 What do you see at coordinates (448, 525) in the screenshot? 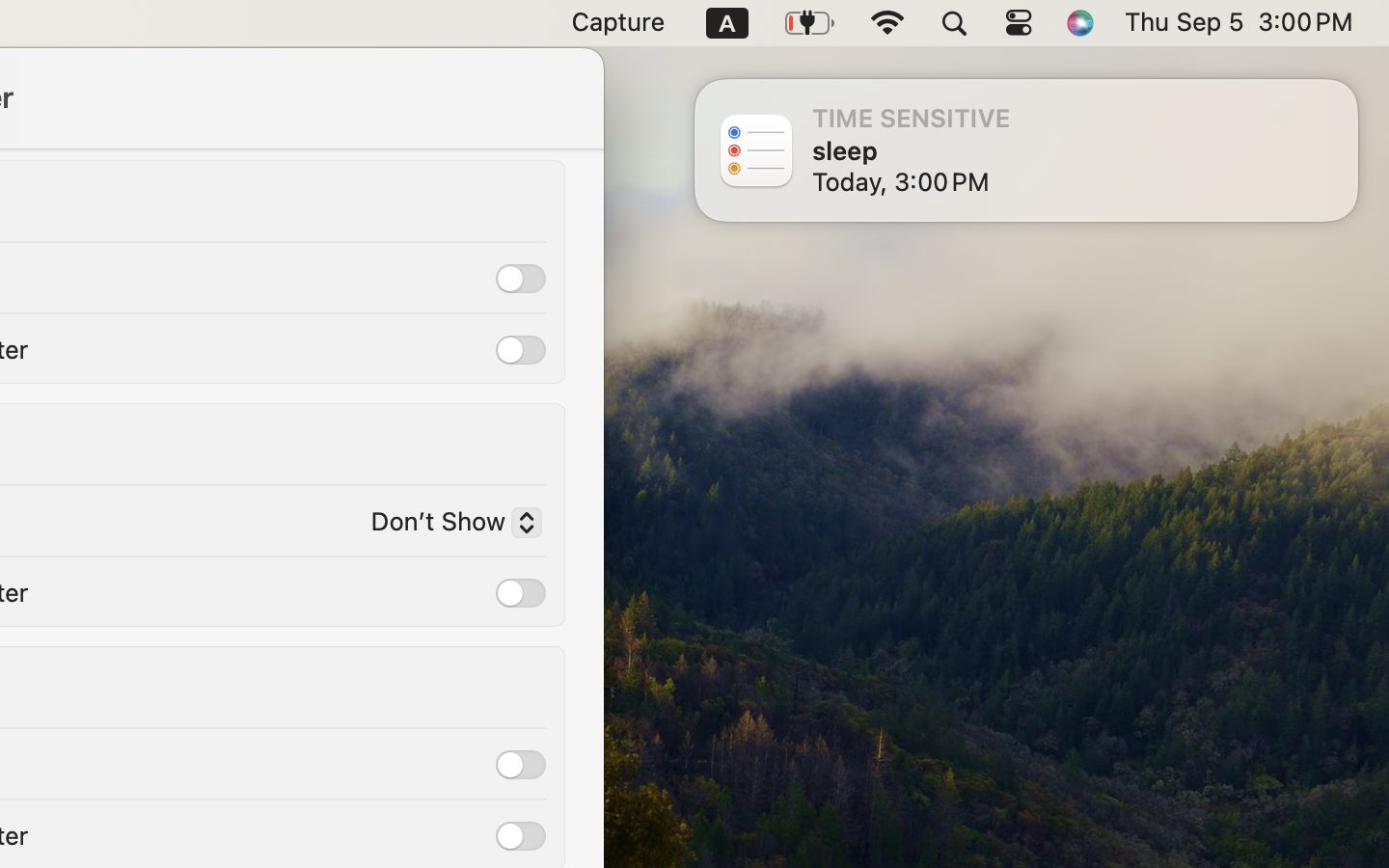
I see `'Don’t Show'` at bounding box center [448, 525].